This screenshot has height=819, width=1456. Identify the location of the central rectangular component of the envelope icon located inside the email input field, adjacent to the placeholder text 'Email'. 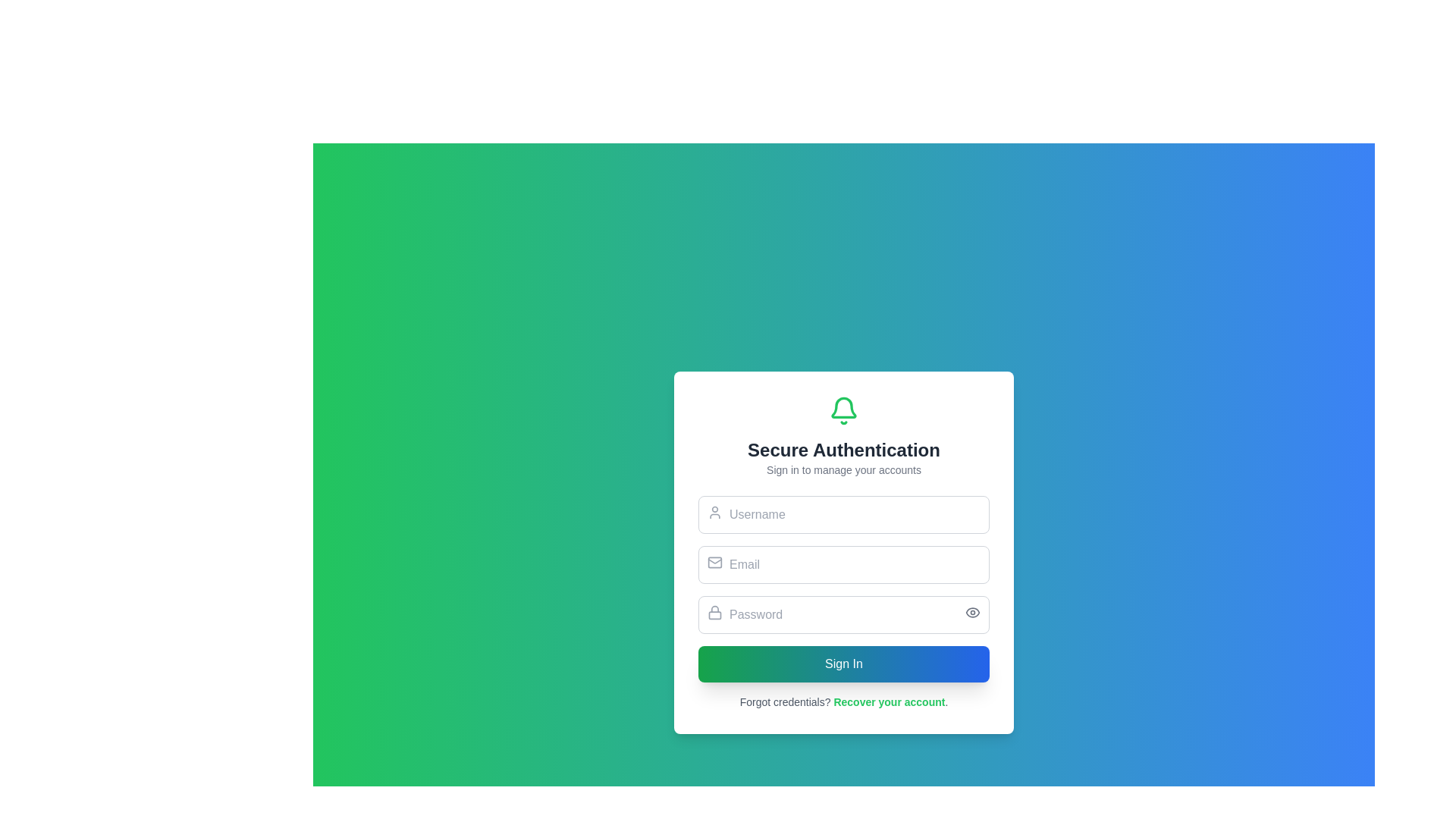
(714, 562).